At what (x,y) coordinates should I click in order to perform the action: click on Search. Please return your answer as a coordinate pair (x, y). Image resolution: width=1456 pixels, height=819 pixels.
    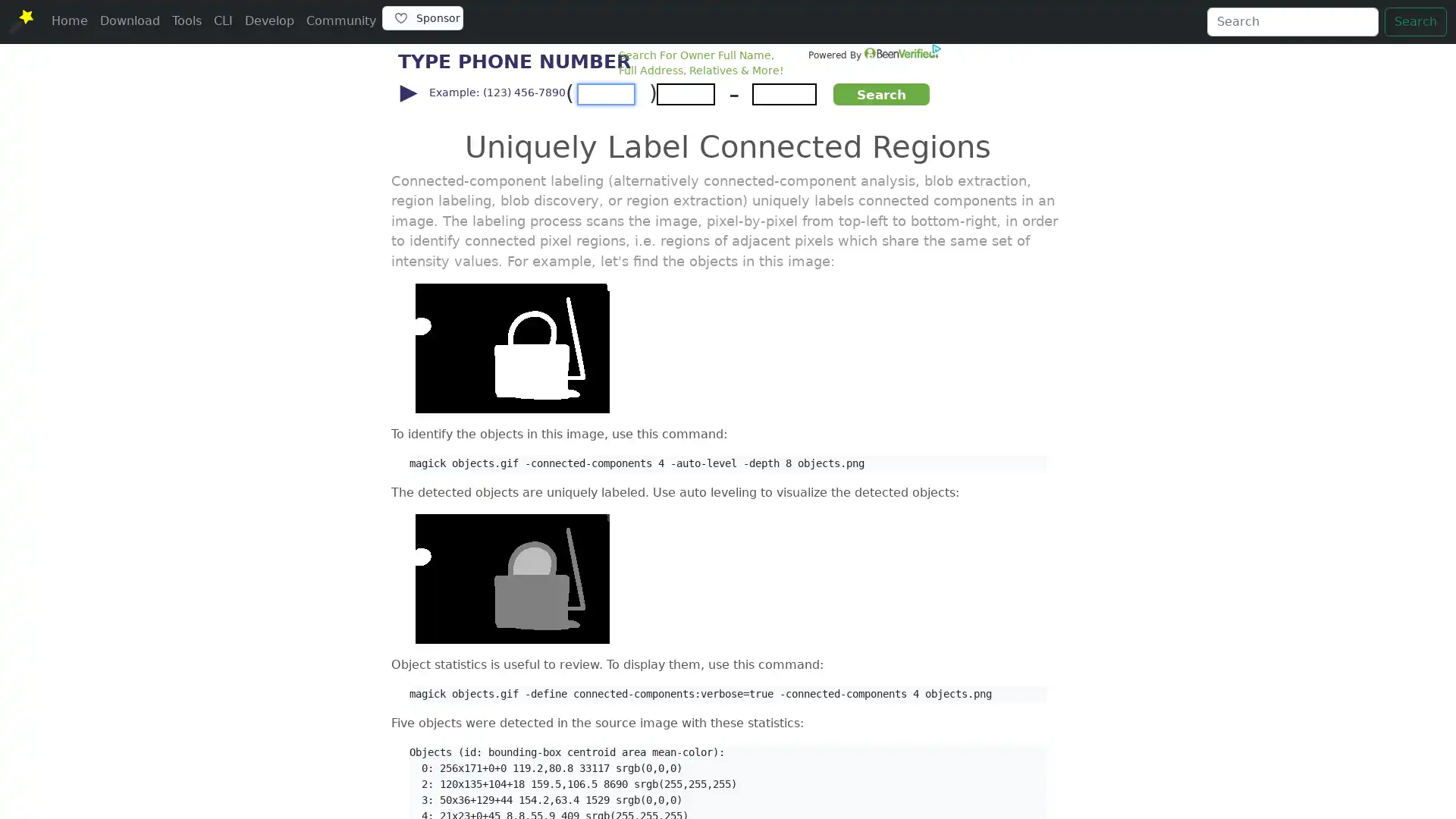
    Looking at the image, I should click on (1415, 22).